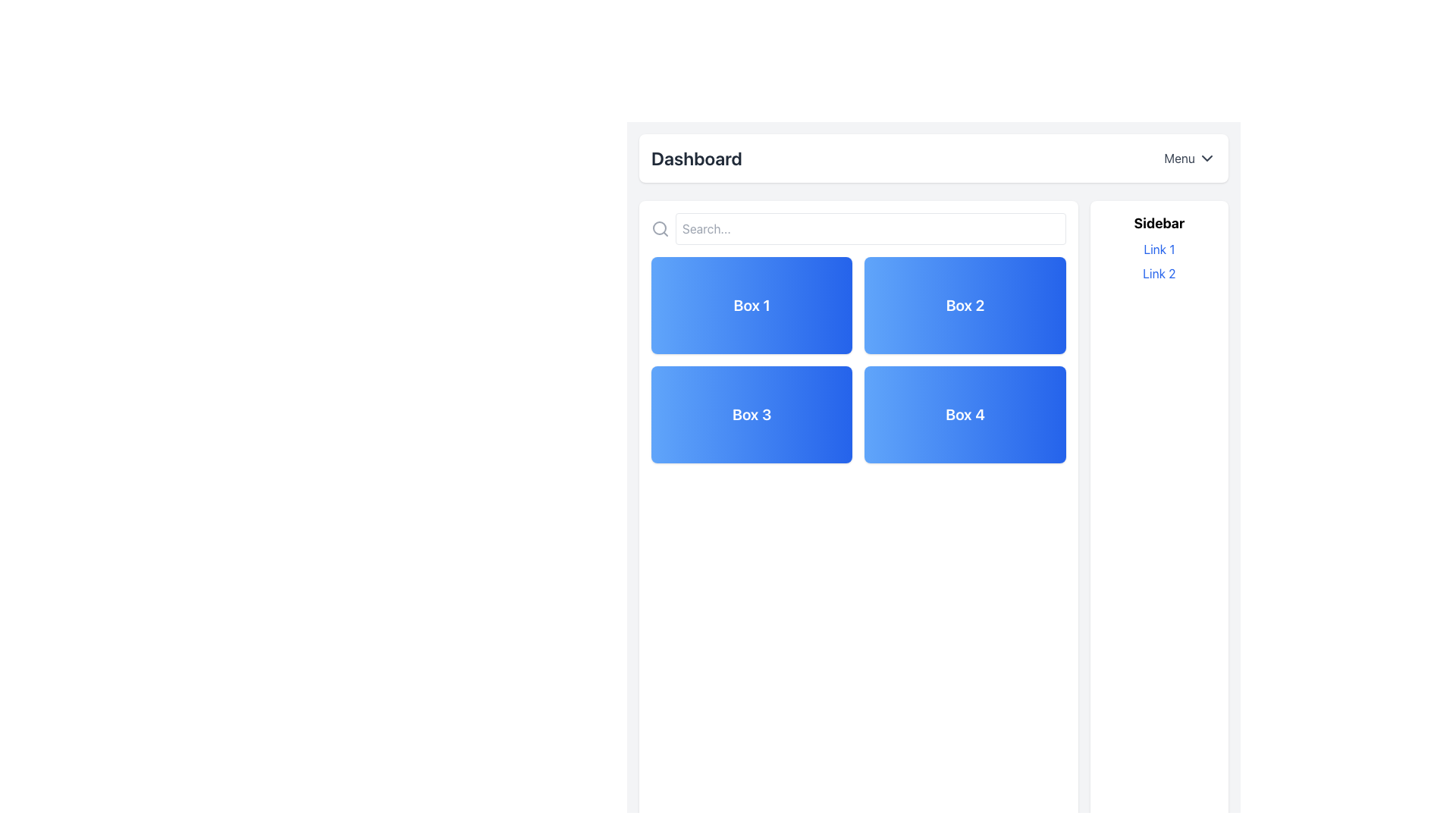 This screenshot has width=1456, height=819. Describe the element at coordinates (1158, 248) in the screenshot. I see `the hyperlink labeled 'Link 1' in the 'Sidebar' section` at that location.